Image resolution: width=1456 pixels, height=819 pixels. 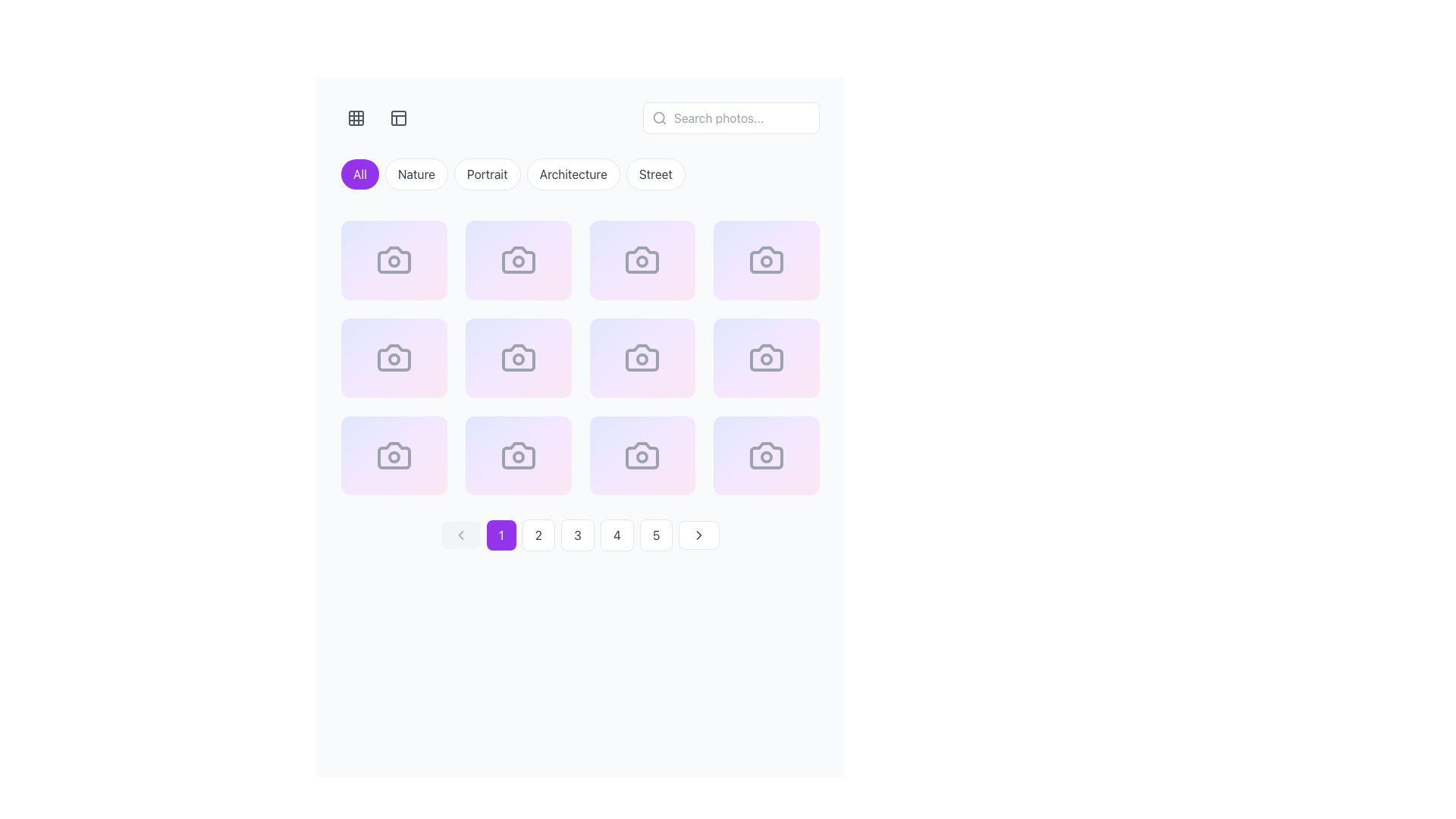 I want to click on the decorative or status-indicating visual element that indicates a special state or notification related to the camera icon, positioned centrally inside the camera icon in the fourth column of the third row, so click(x=767, y=261).